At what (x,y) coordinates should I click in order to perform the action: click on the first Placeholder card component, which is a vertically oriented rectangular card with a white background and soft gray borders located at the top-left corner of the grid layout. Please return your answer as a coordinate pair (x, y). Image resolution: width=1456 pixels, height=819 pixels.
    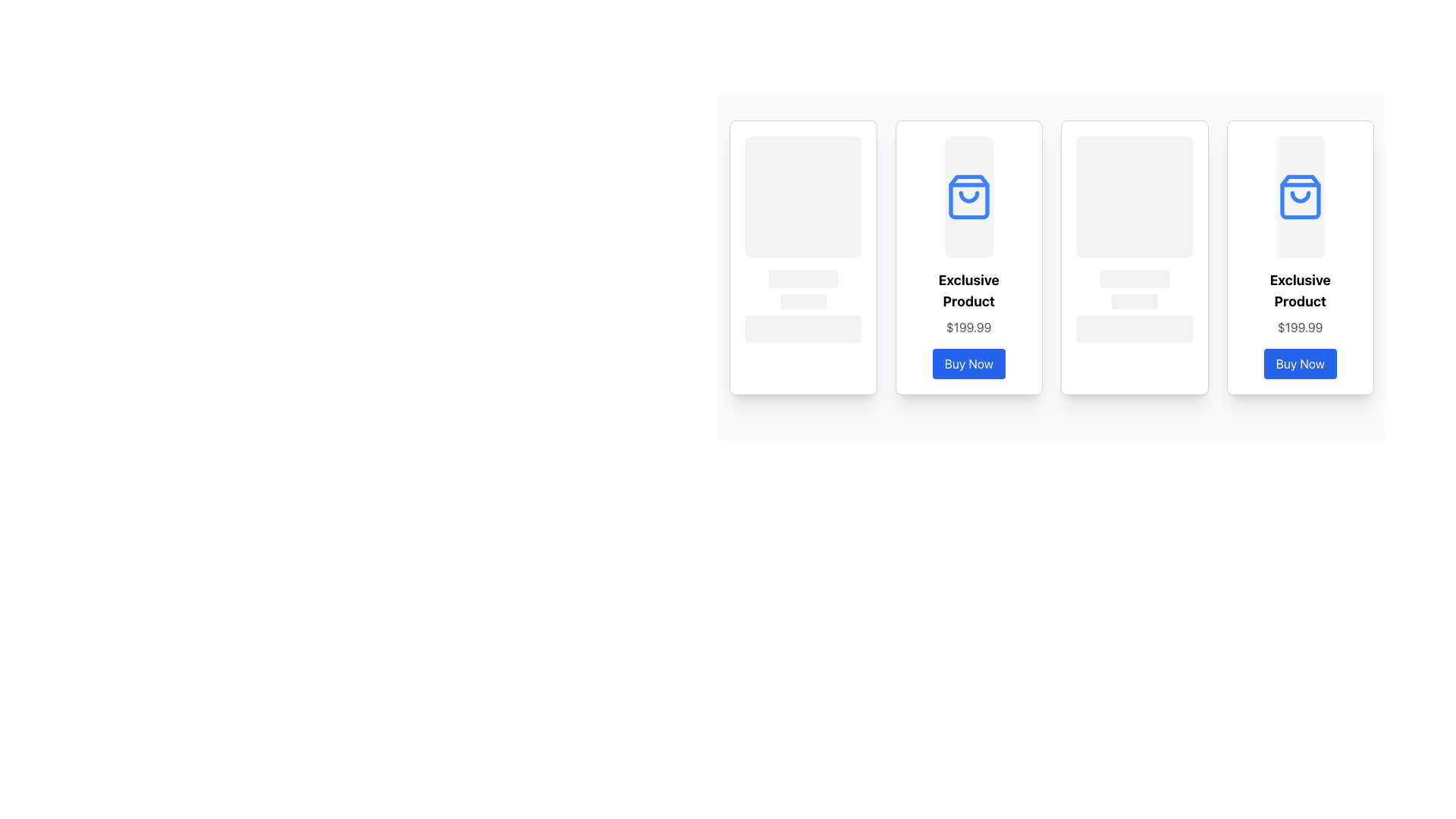
    Looking at the image, I should click on (802, 256).